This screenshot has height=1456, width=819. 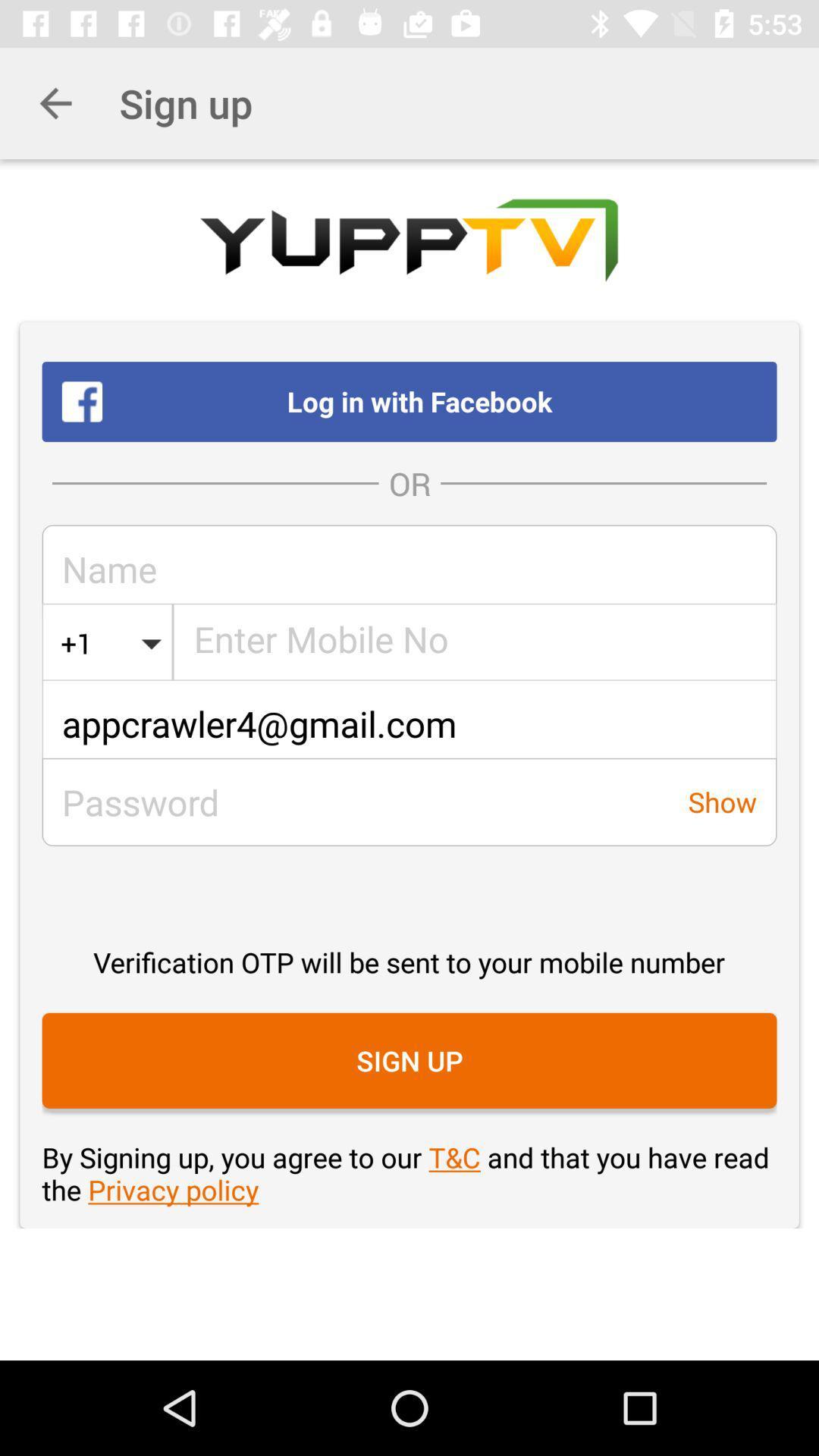 What do you see at coordinates (355, 801) in the screenshot?
I see `the icon next to the show item` at bounding box center [355, 801].